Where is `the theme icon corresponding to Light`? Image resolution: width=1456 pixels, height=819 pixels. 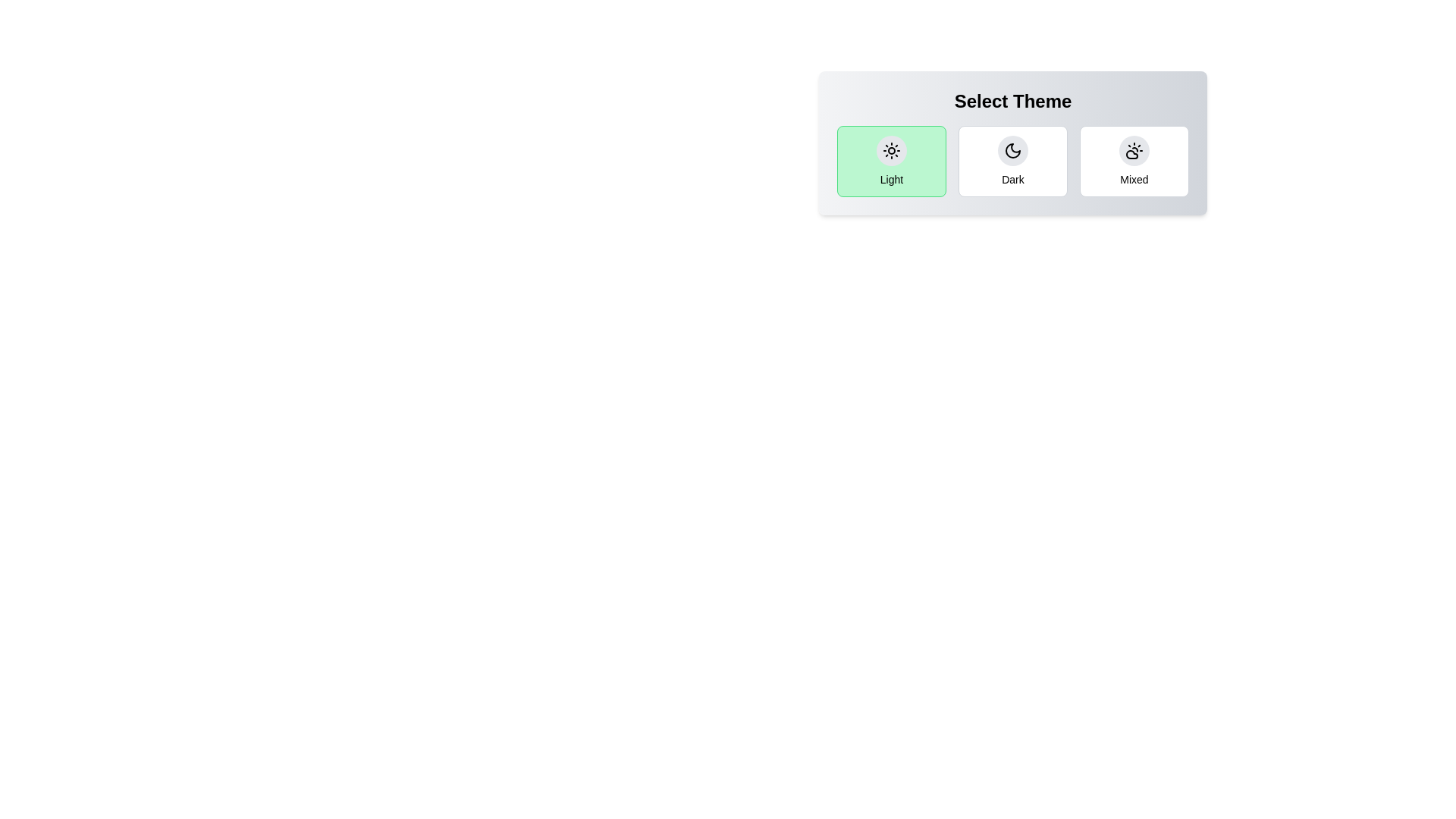 the theme icon corresponding to Light is located at coordinates (892, 151).